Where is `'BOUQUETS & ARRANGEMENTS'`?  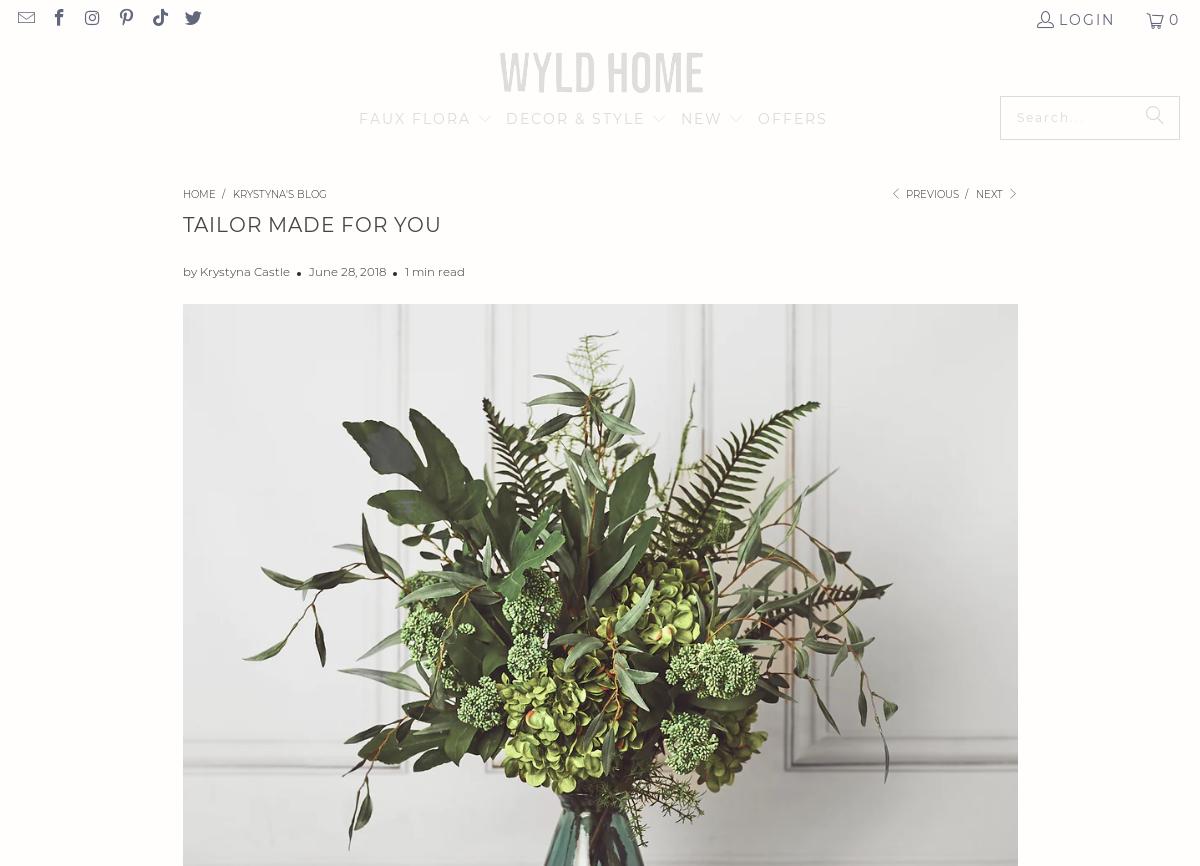
'BOUQUETS & ARRANGEMENTS' is located at coordinates (378, 234).